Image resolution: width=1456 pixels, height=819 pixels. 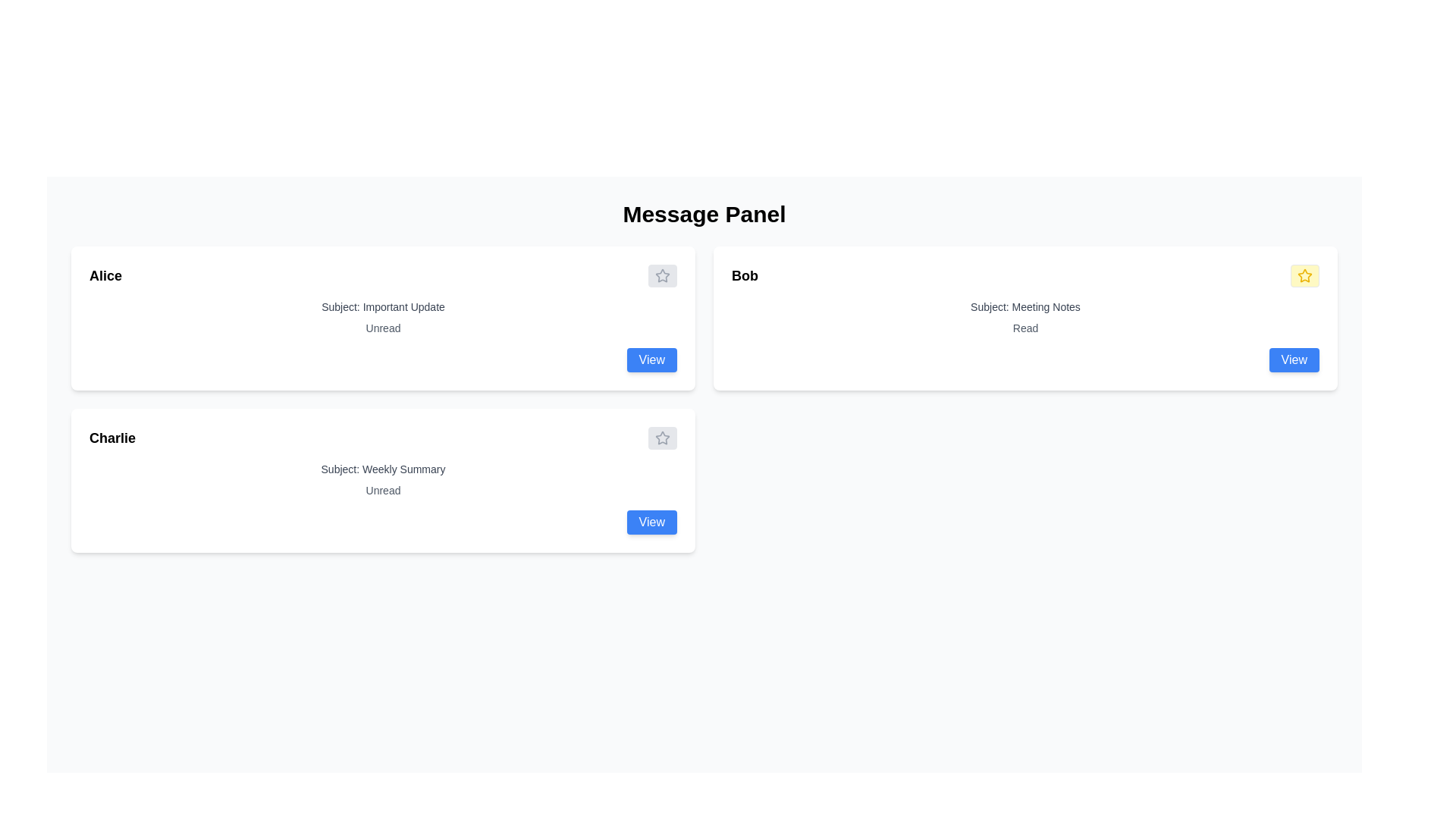 What do you see at coordinates (383, 491) in the screenshot?
I see `the text label indicating that the message has not yet been read, which is located below the subject text 'Subject: Weekly Summary' and above the 'View' action button` at bounding box center [383, 491].